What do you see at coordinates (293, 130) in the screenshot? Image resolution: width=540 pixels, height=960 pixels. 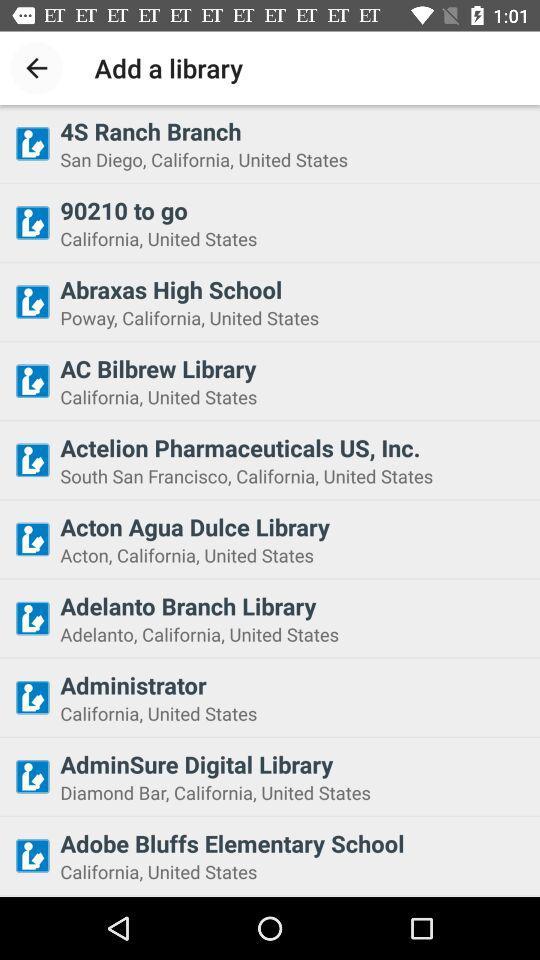 I see `the 4s ranch branch icon` at bounding box center [293, 130].